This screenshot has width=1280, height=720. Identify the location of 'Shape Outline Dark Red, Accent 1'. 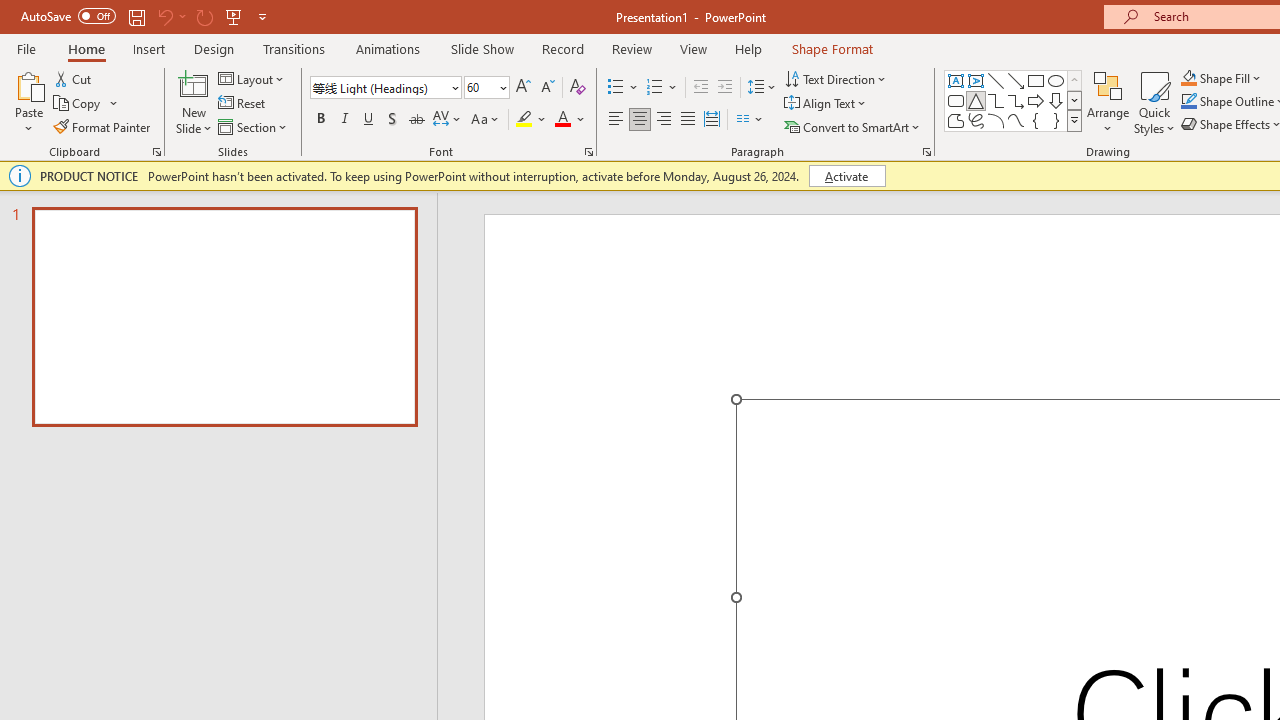
(1189, 101).